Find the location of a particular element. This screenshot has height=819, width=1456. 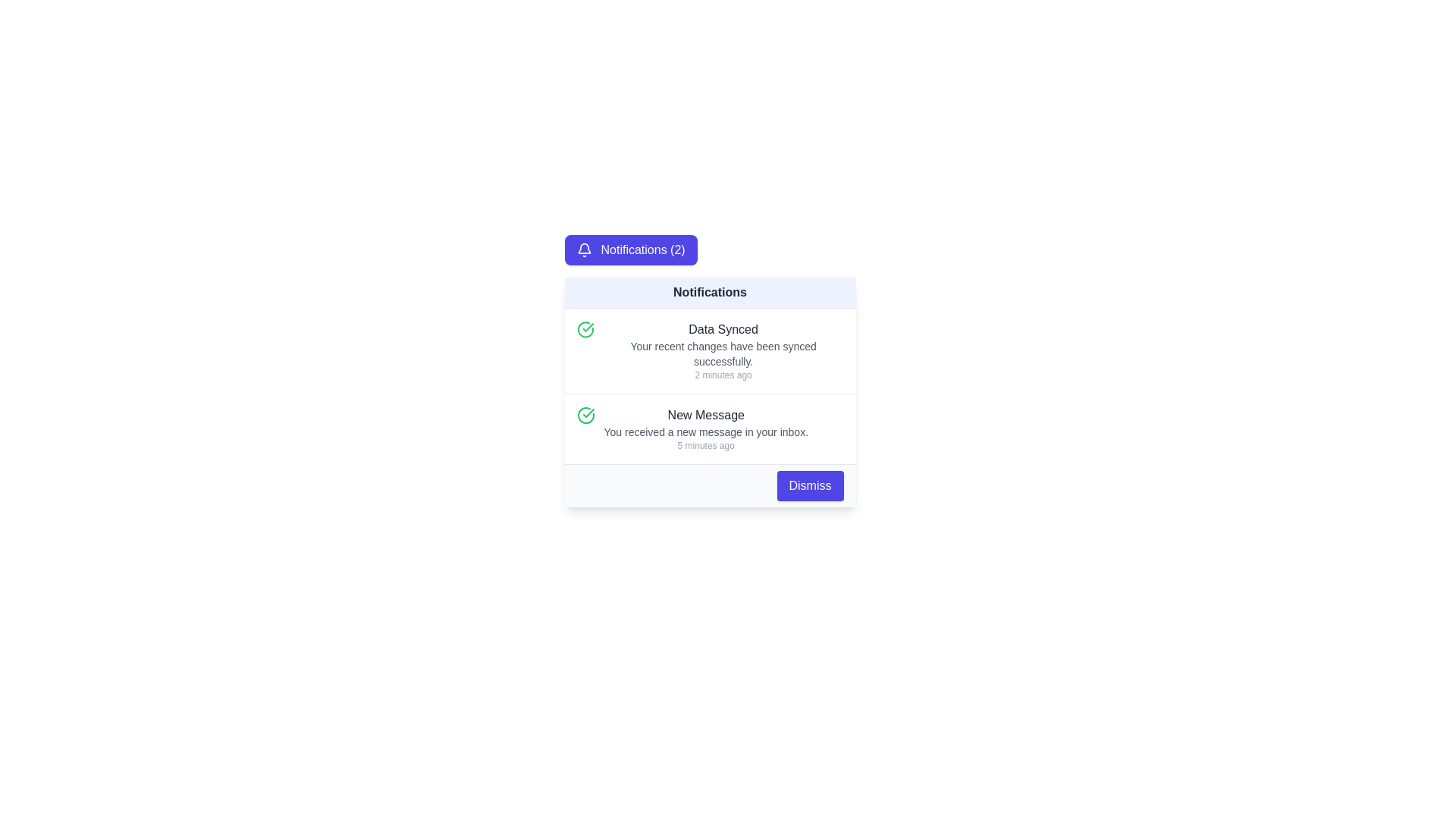

the bell-shaped notification icon located to the left of the 'Notifications (2)' text within the indigo button is located at coordinates (583, 249).